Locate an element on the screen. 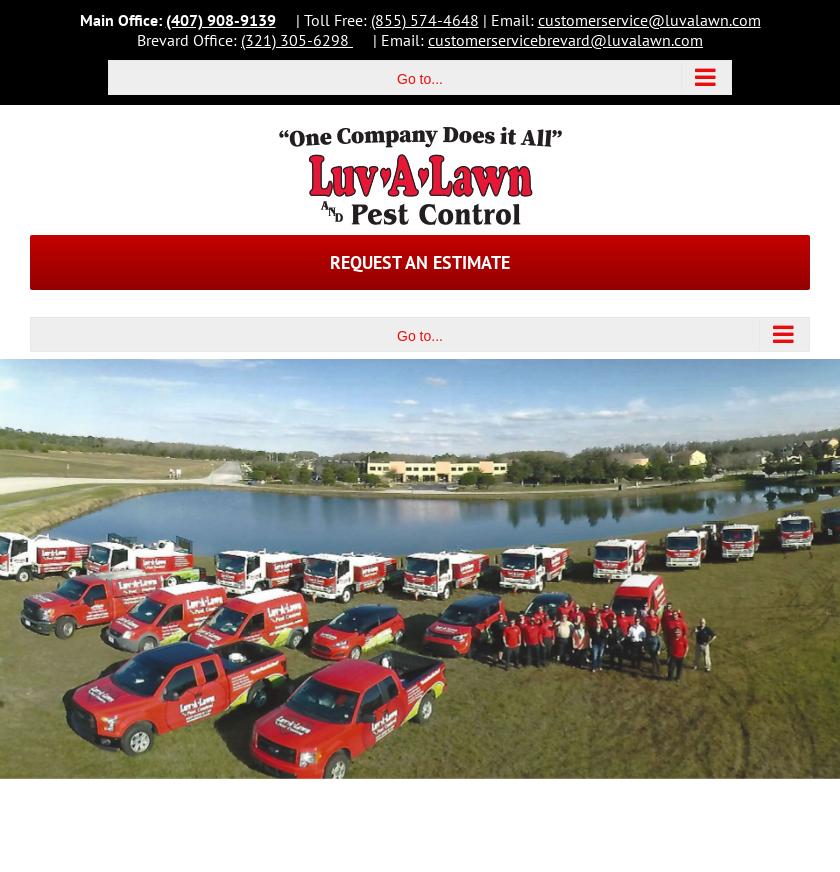 The image size is (840, 872). '(407) 908-9139' is located at coordinates (219, 18).